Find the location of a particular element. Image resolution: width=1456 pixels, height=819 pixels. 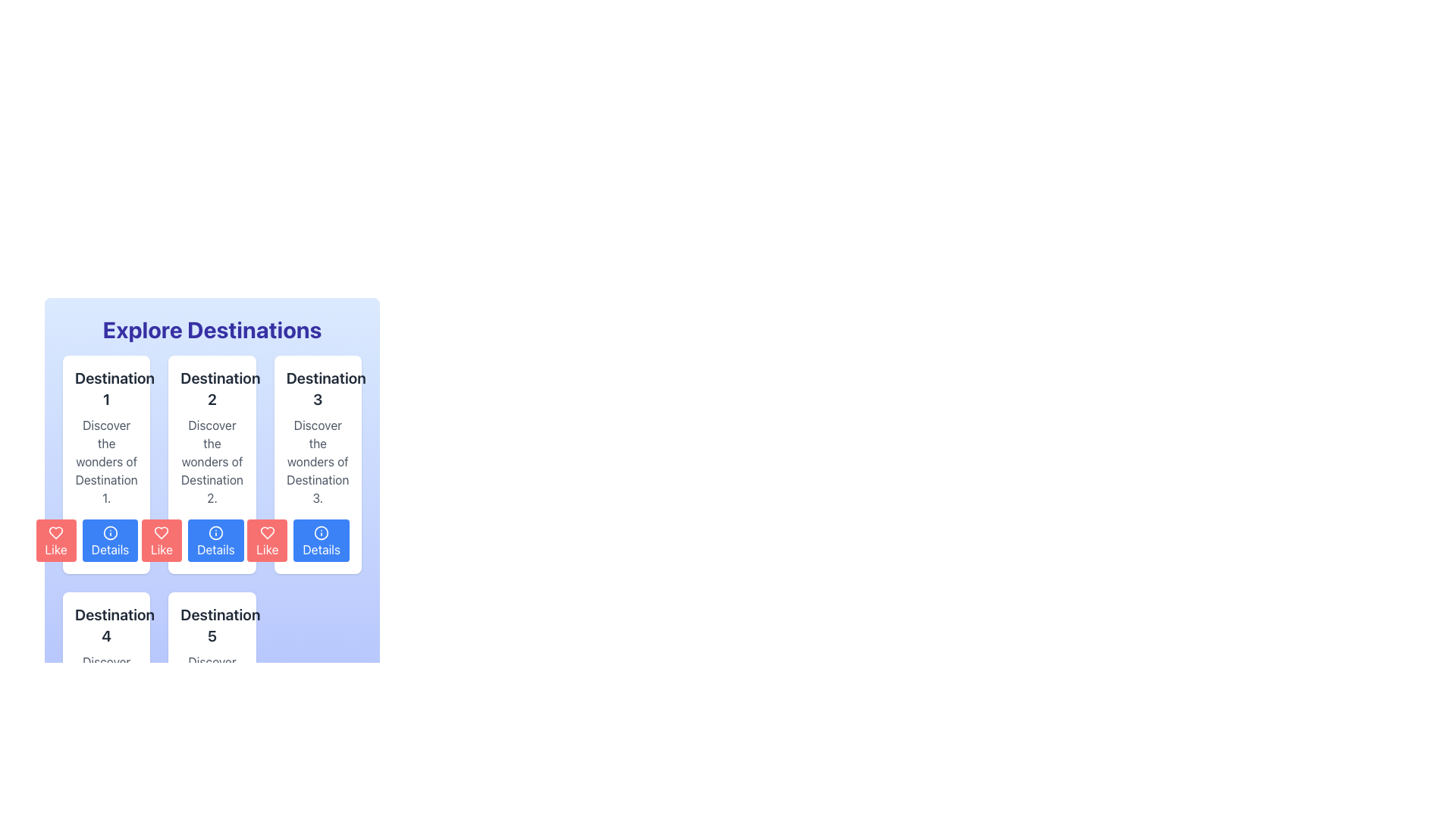

the 'Details' button with a blue background and white text is located at coordinates (321, 540).